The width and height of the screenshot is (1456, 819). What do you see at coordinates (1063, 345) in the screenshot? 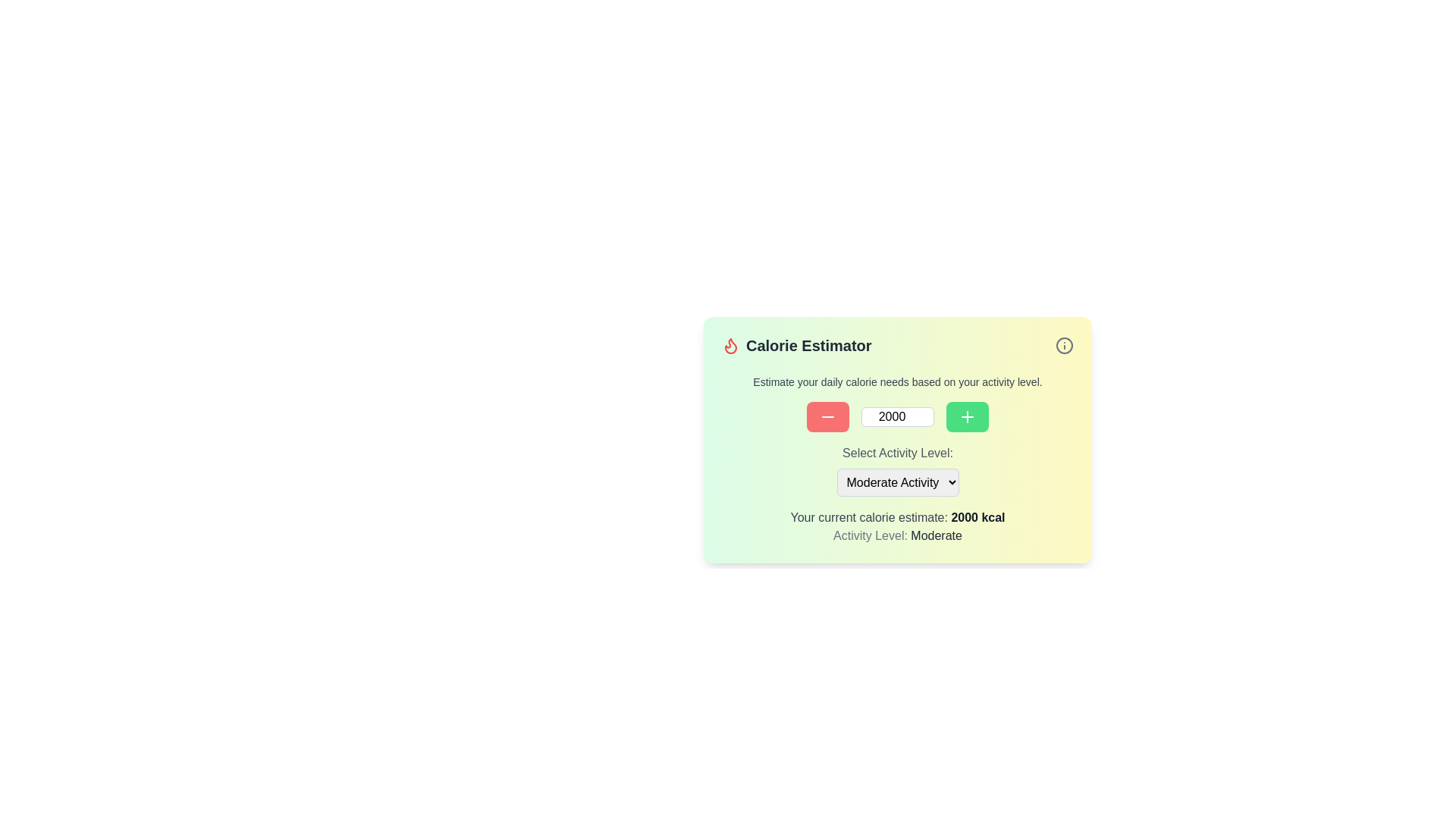
I see `the Information/Help icon located on the far right within the header area of the 'Calorie Estimator' section` at bounding box center [1063, 345].